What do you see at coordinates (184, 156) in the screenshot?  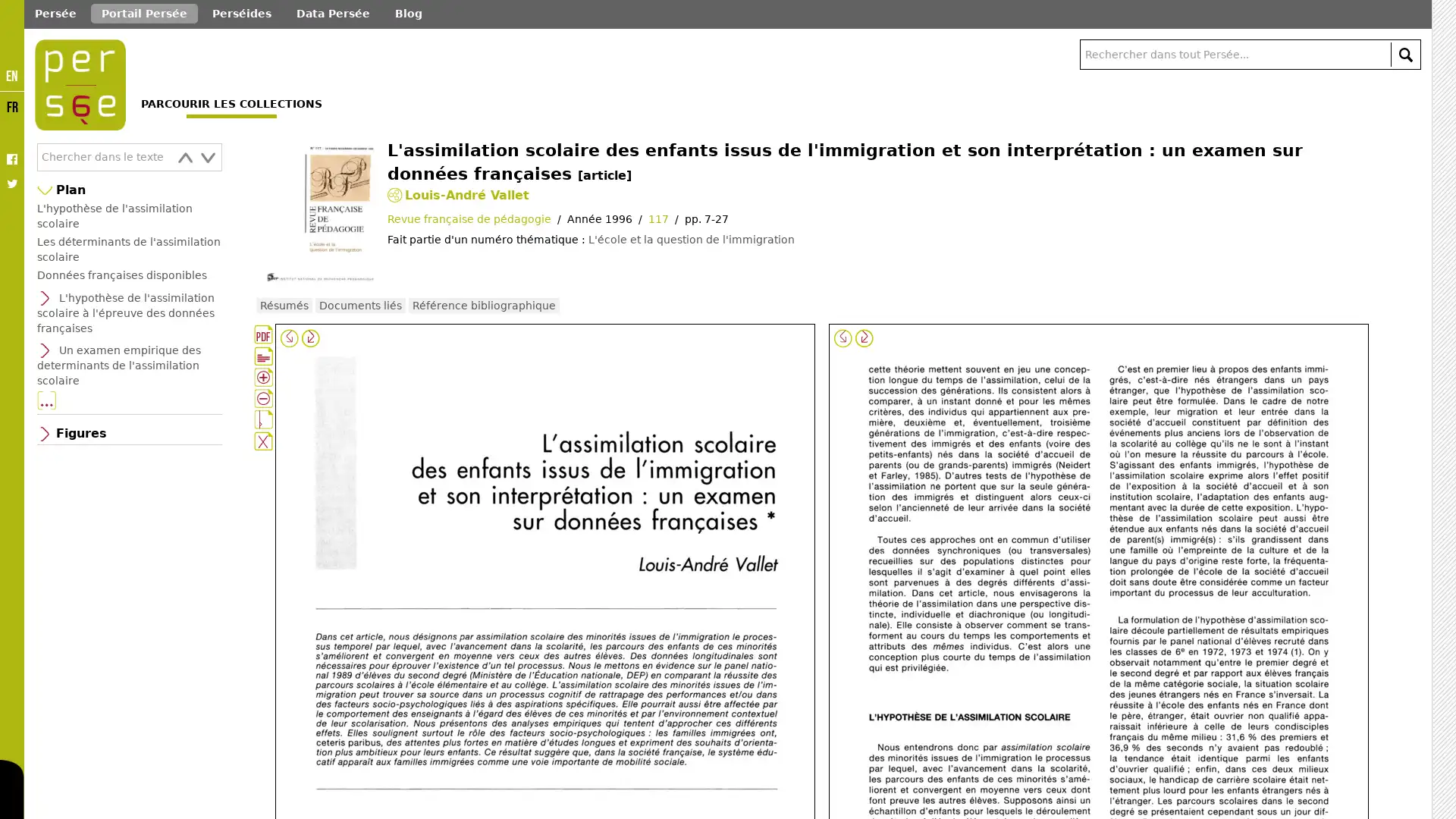 I see `prev` at bounding box center [184, 156].